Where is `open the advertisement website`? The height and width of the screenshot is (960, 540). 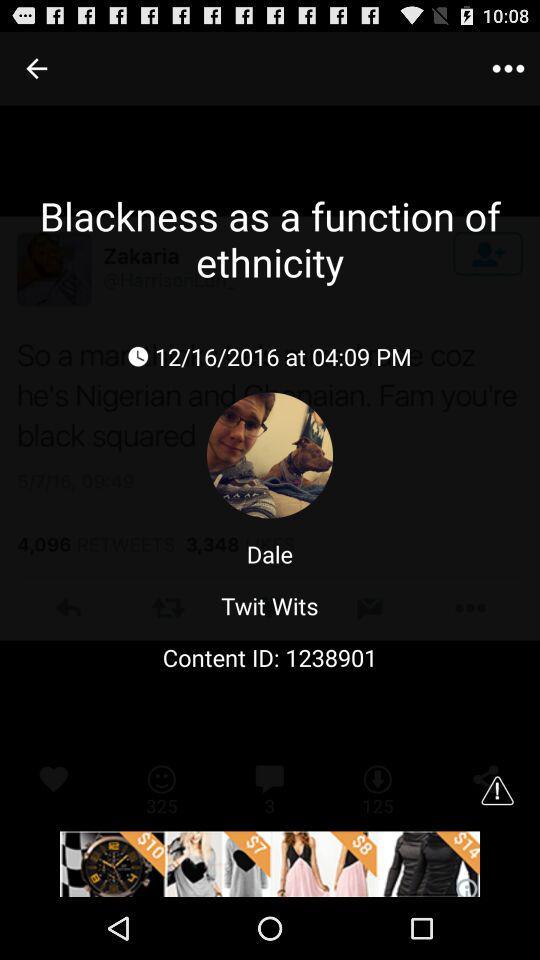
open the advertisement website is located at coordinates (270, 863).